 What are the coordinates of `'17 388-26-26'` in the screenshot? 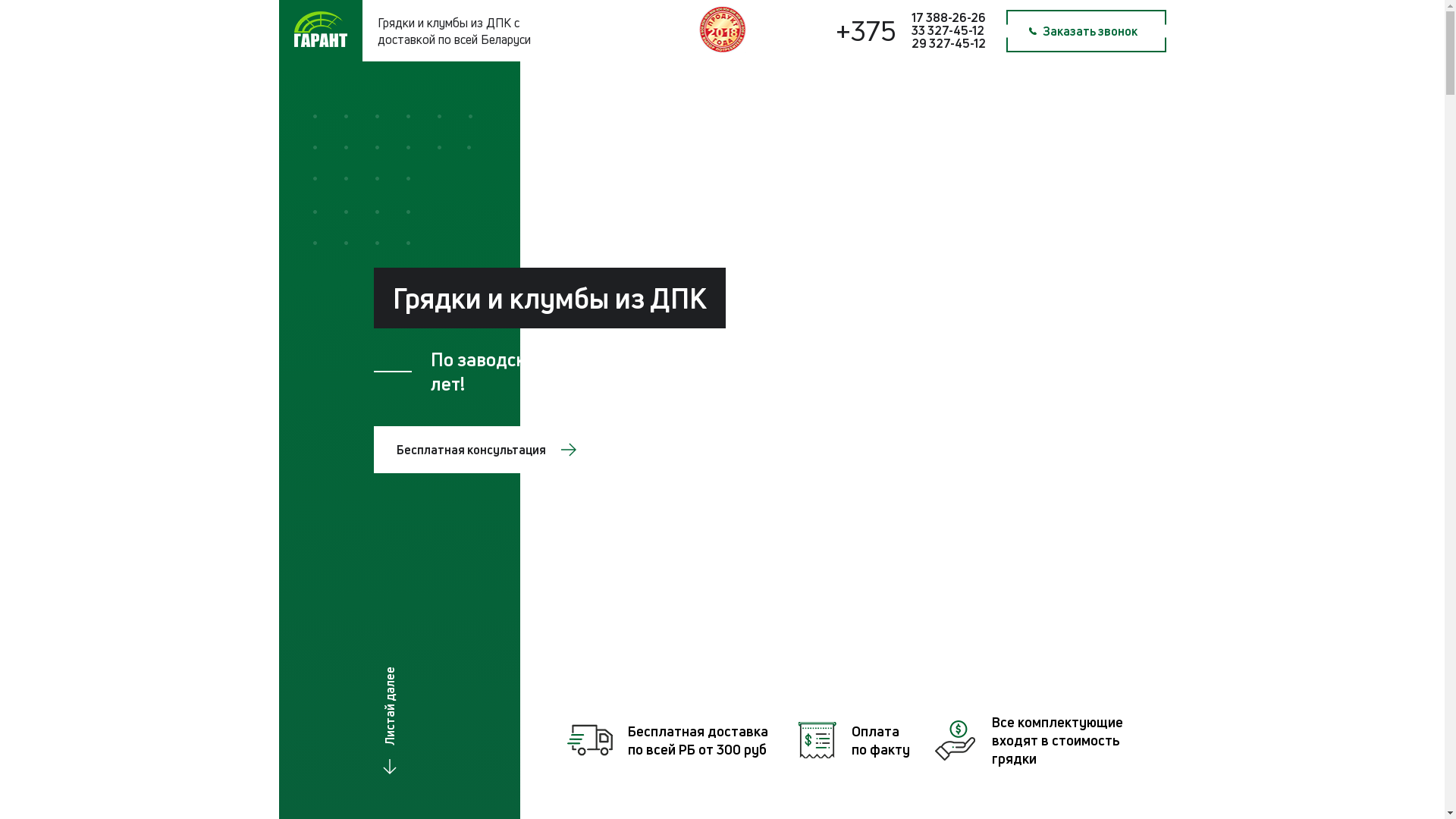 It's located at (948, 17).